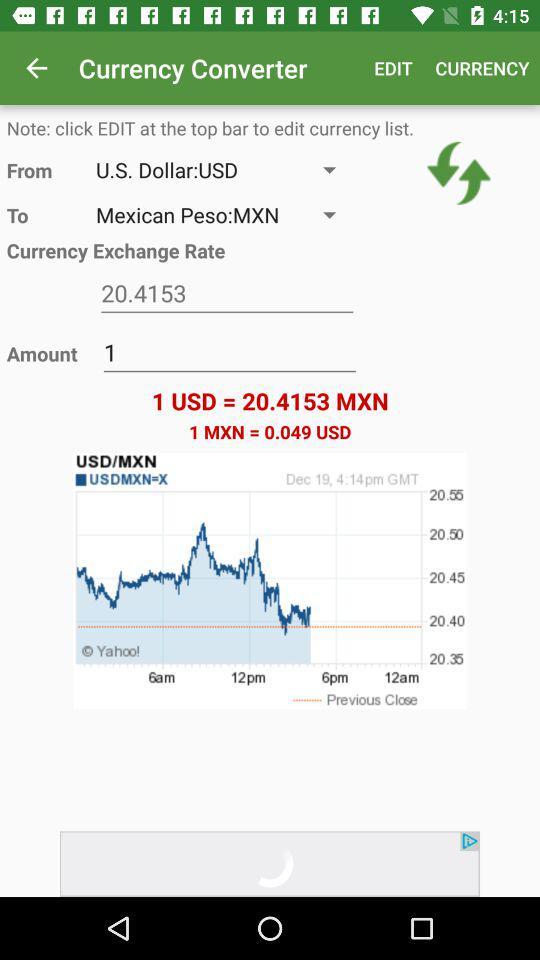 The width and height of the screenshot is (540, 960). Describe the element at coordinates (36, 68) in the screenshot. I see `the item next to currency converter` at that location.